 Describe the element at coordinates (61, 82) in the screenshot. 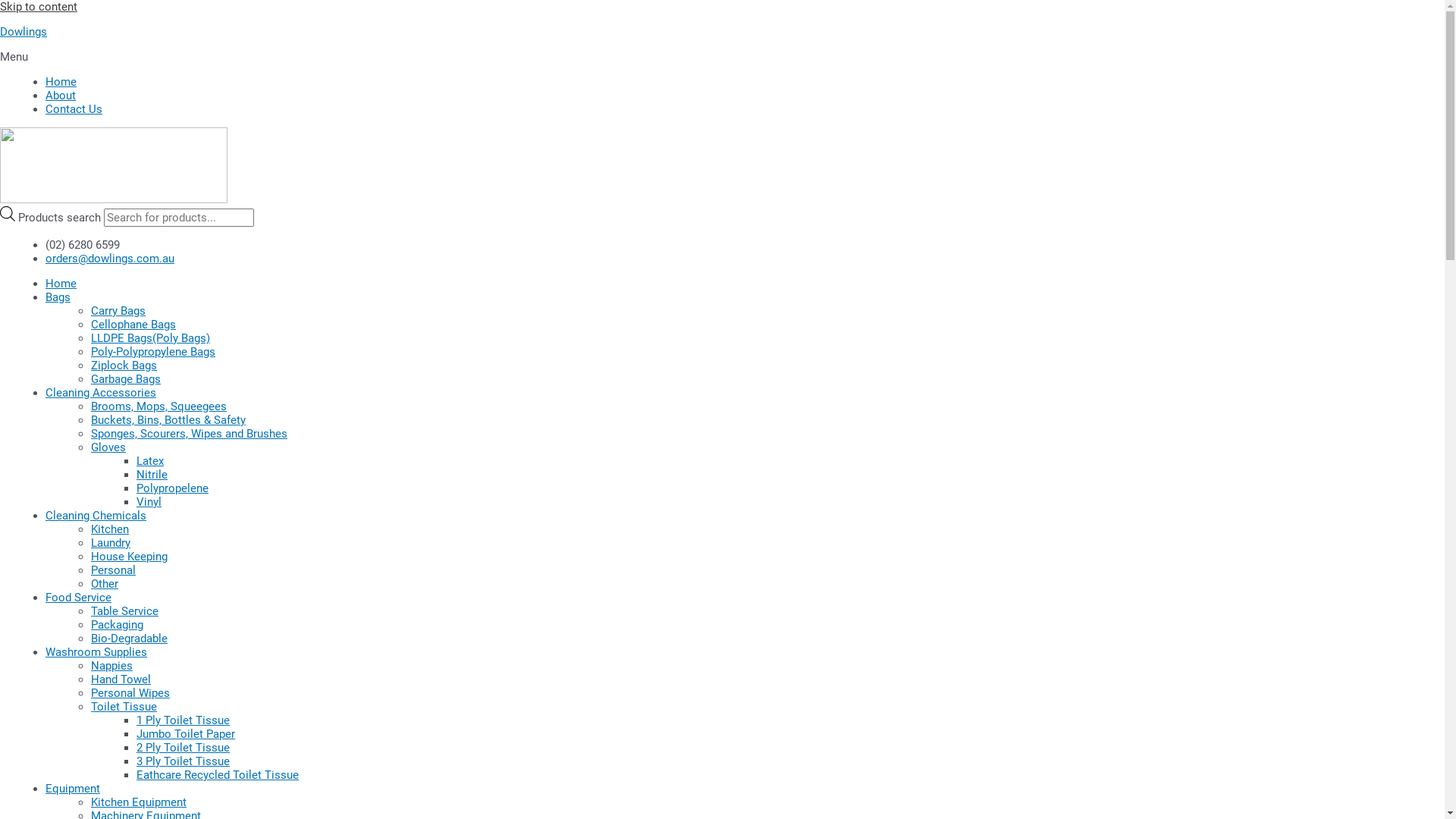

I see `'Home'` at that location.